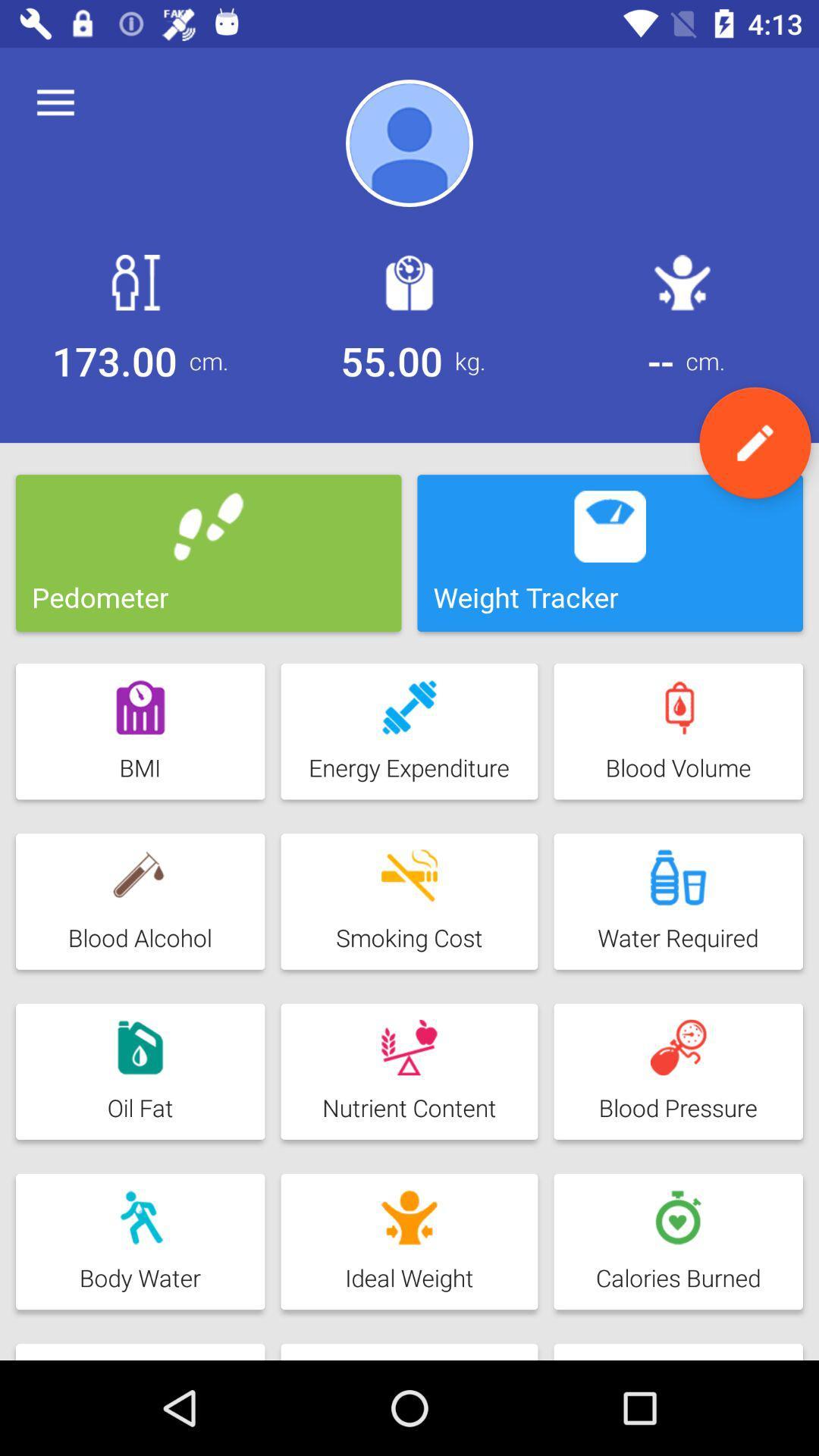 The width and height of the screenshot is (819, 1456). I want to click on the edit icon, so click(755, 442).